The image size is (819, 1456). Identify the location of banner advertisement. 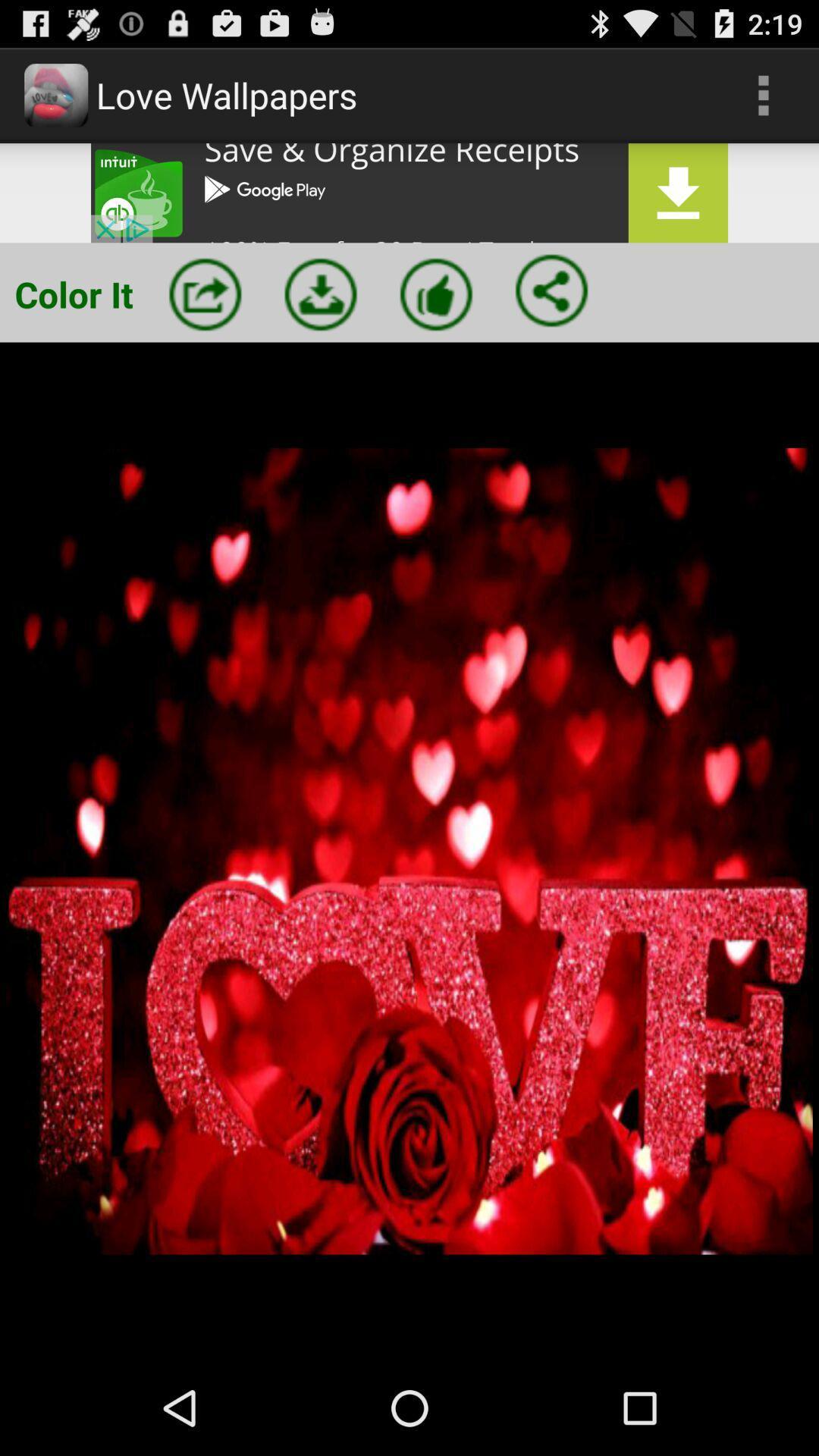
(409, 192).